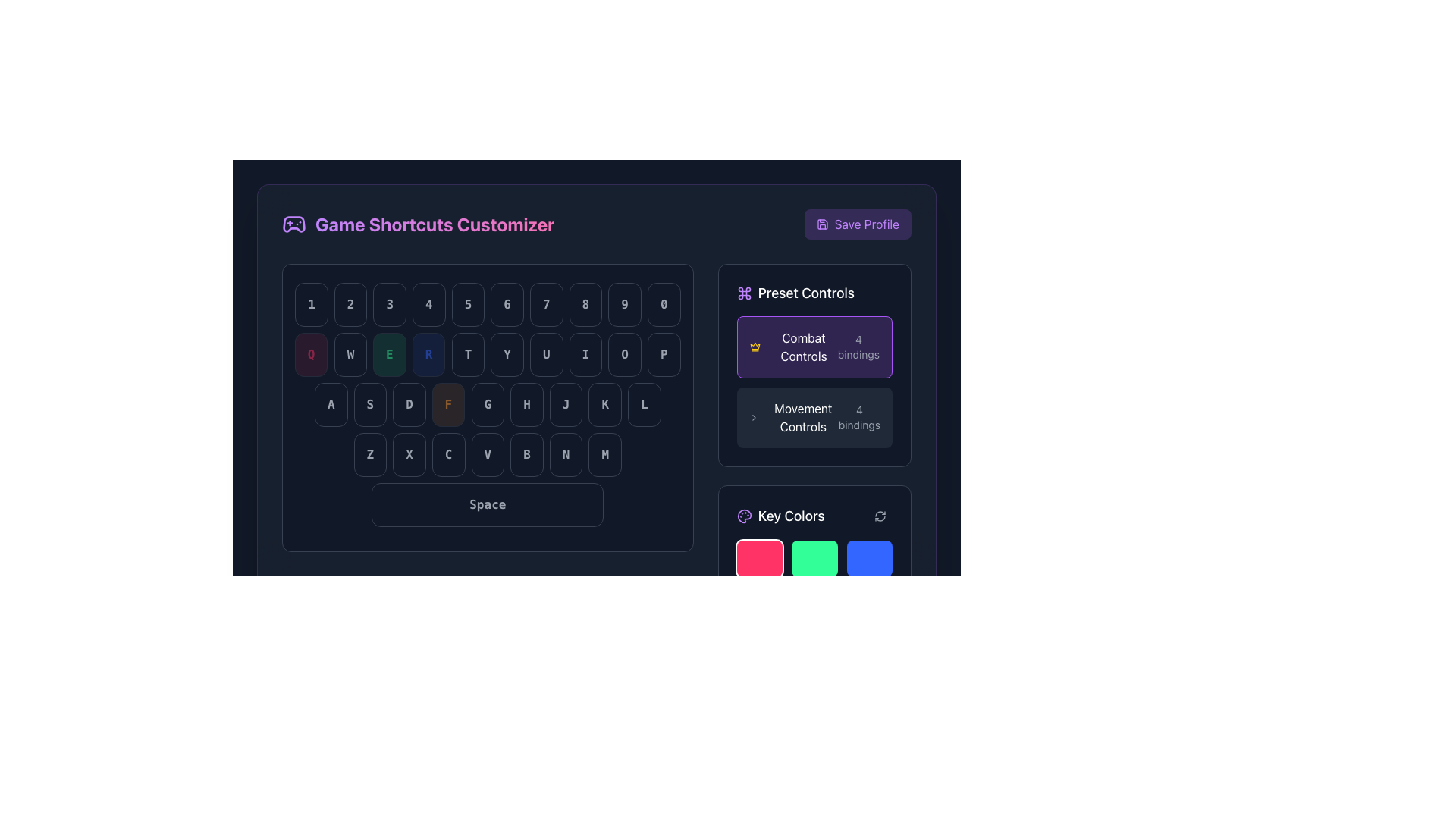  What do you see at coordinates (488, 454) in the screenshot?
I see `the 'V' Key Button, which is a rectangular button with a dark background and rounded corners, located in the fourth position of its row on the keyboard` at bounding box center [488, 454].